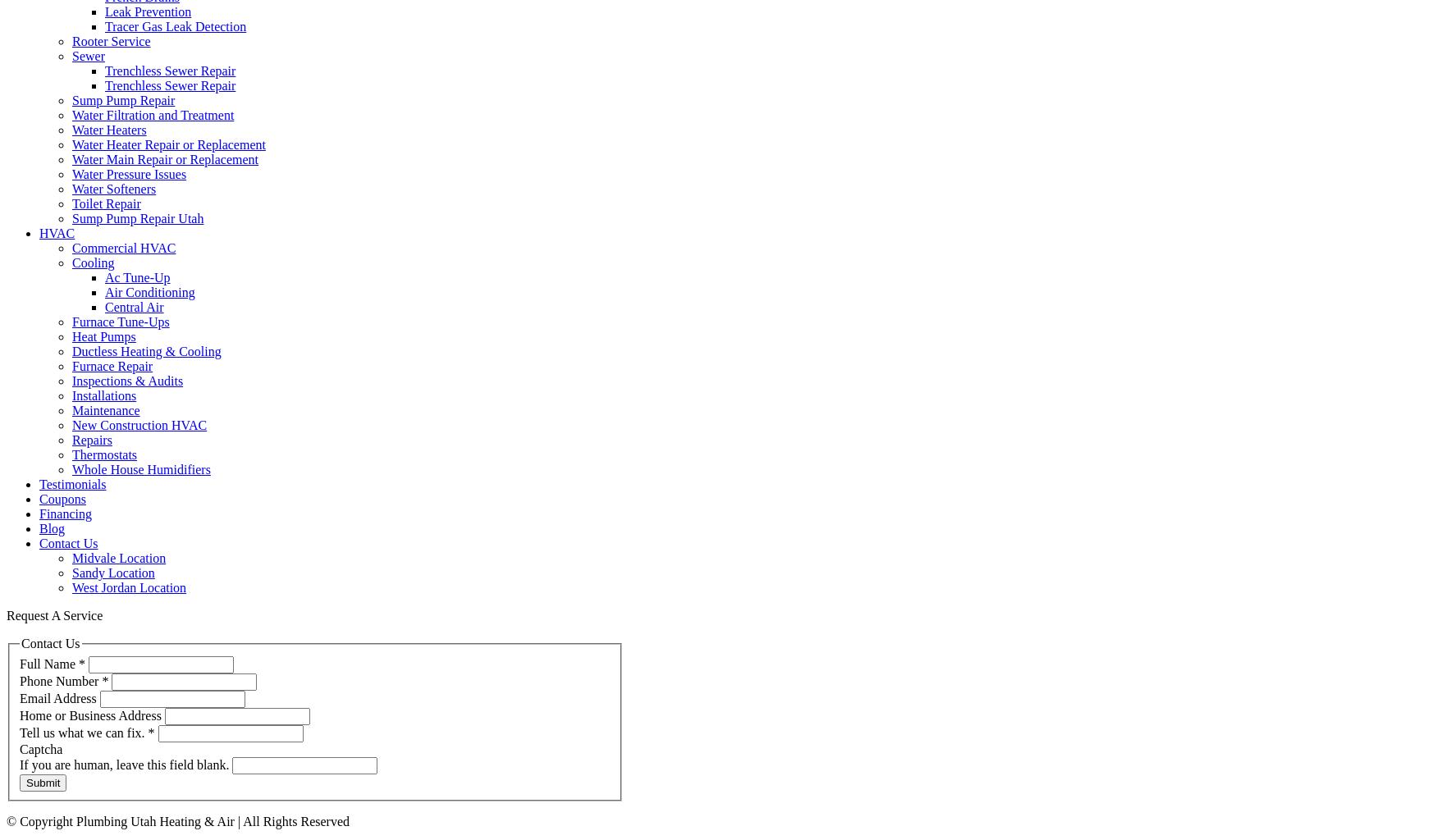  I want to click on 'Leak Prevention', so click(148, 11).